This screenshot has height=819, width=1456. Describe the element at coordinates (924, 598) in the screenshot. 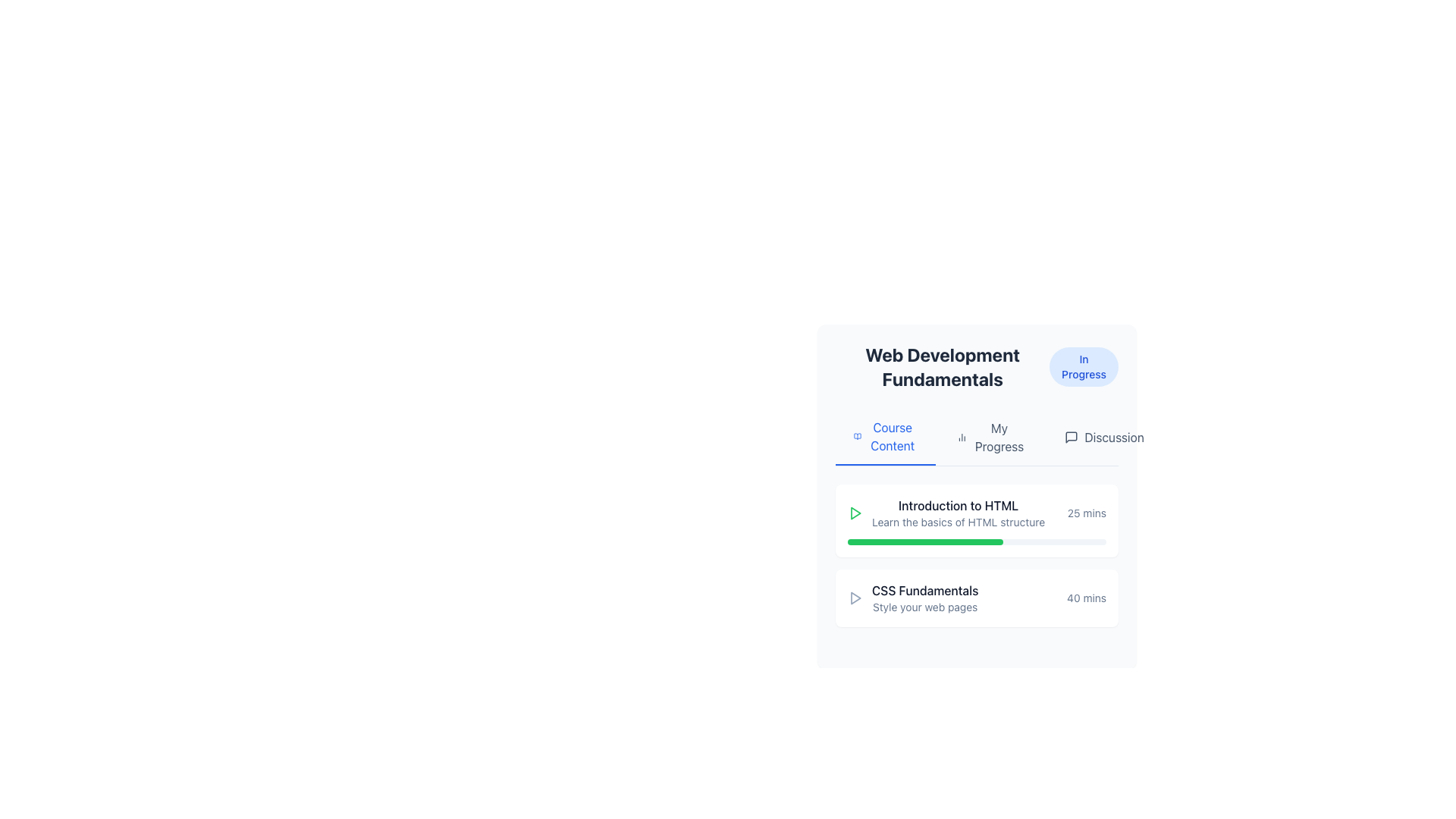

I see `the 'CSS Fundamentals' text display component, which is the second item in the list under 'Web Development Fundamentals'` at that location.